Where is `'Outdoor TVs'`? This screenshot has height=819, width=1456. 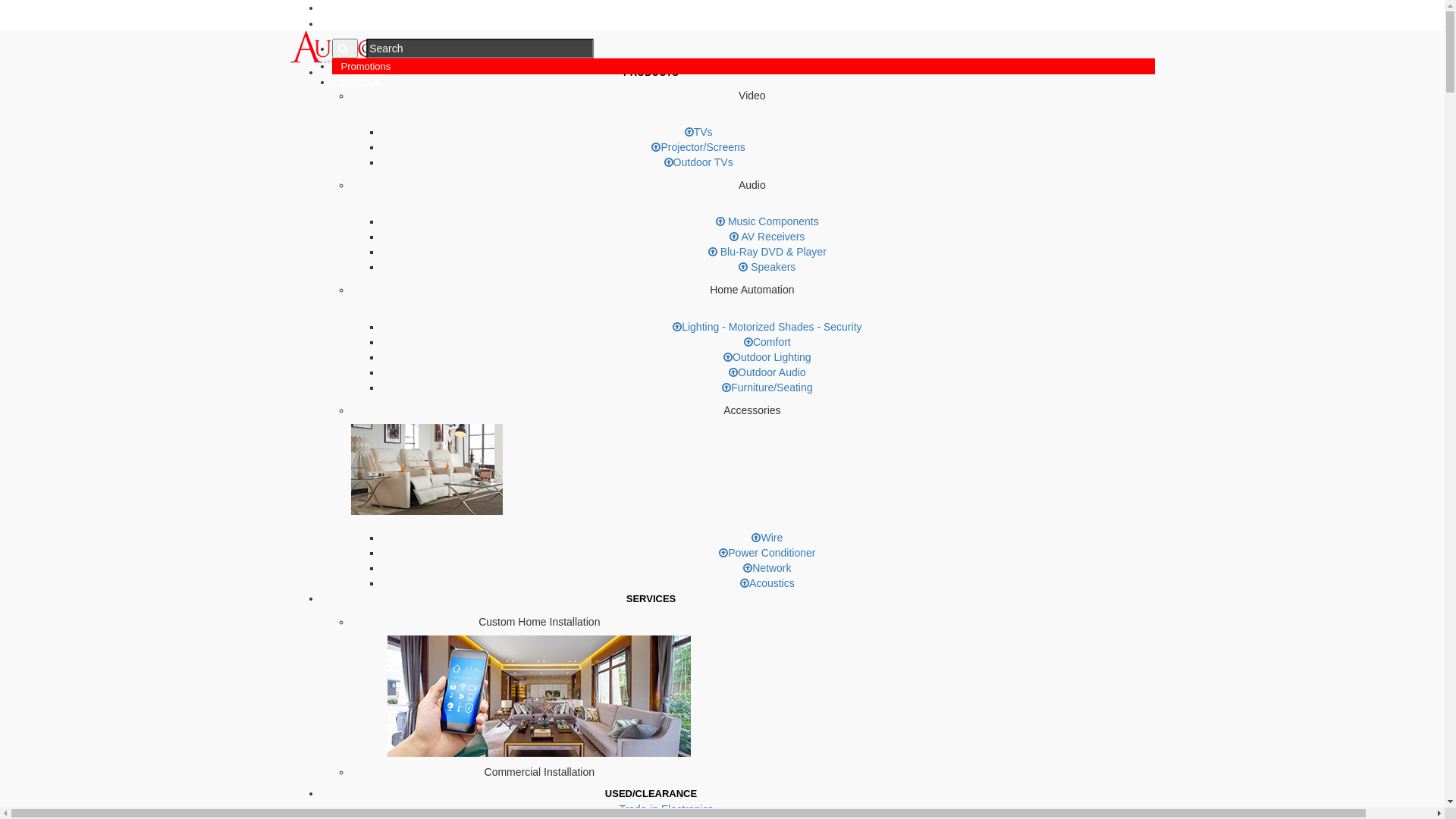 'Outdoor TVs' is located at coordinates (698, 162).